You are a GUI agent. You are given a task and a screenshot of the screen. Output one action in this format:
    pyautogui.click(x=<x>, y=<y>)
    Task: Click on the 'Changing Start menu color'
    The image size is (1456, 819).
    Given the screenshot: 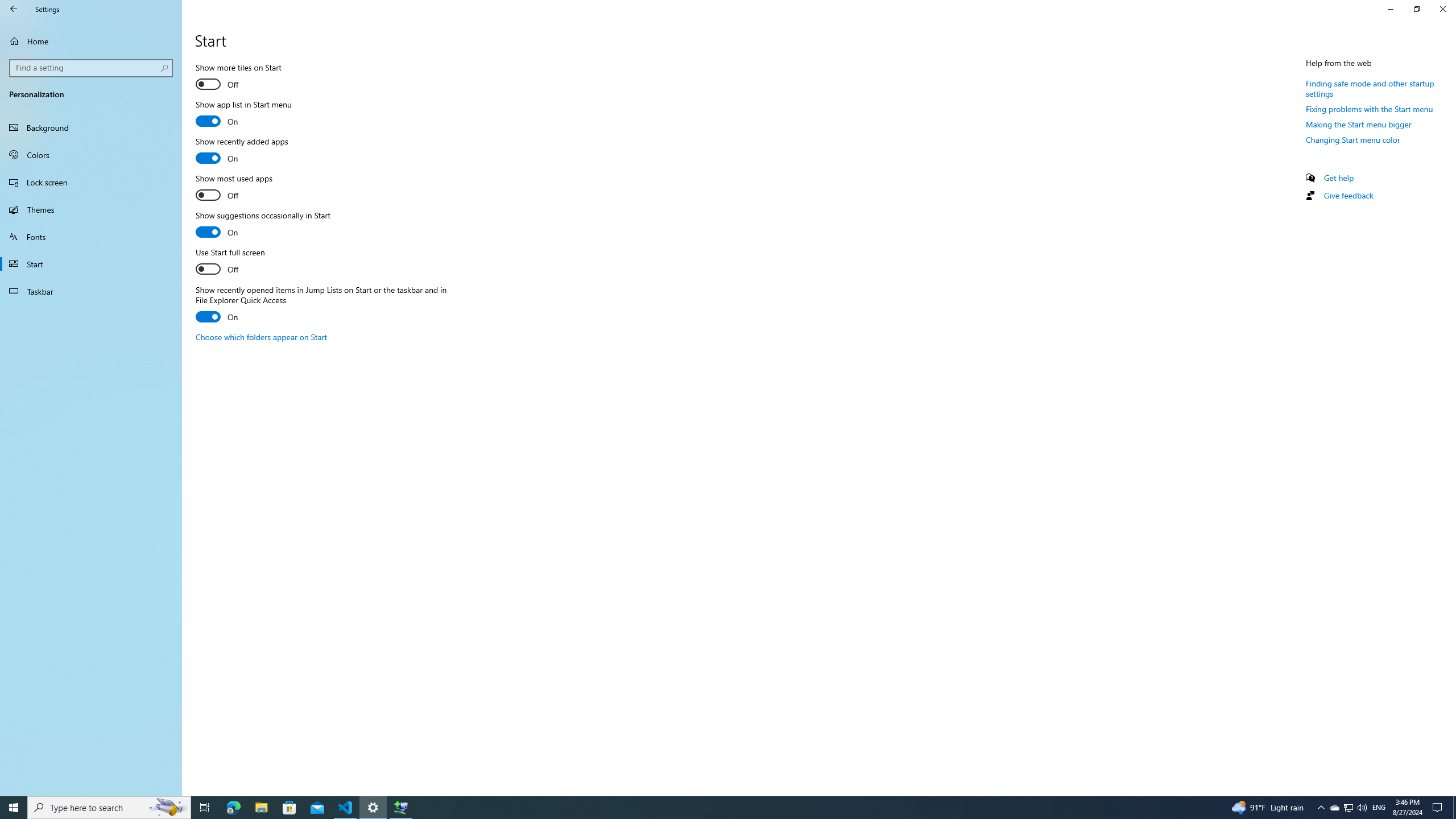 What is the action you would take?
    pyautogui.click(x=1352, y=139)
    